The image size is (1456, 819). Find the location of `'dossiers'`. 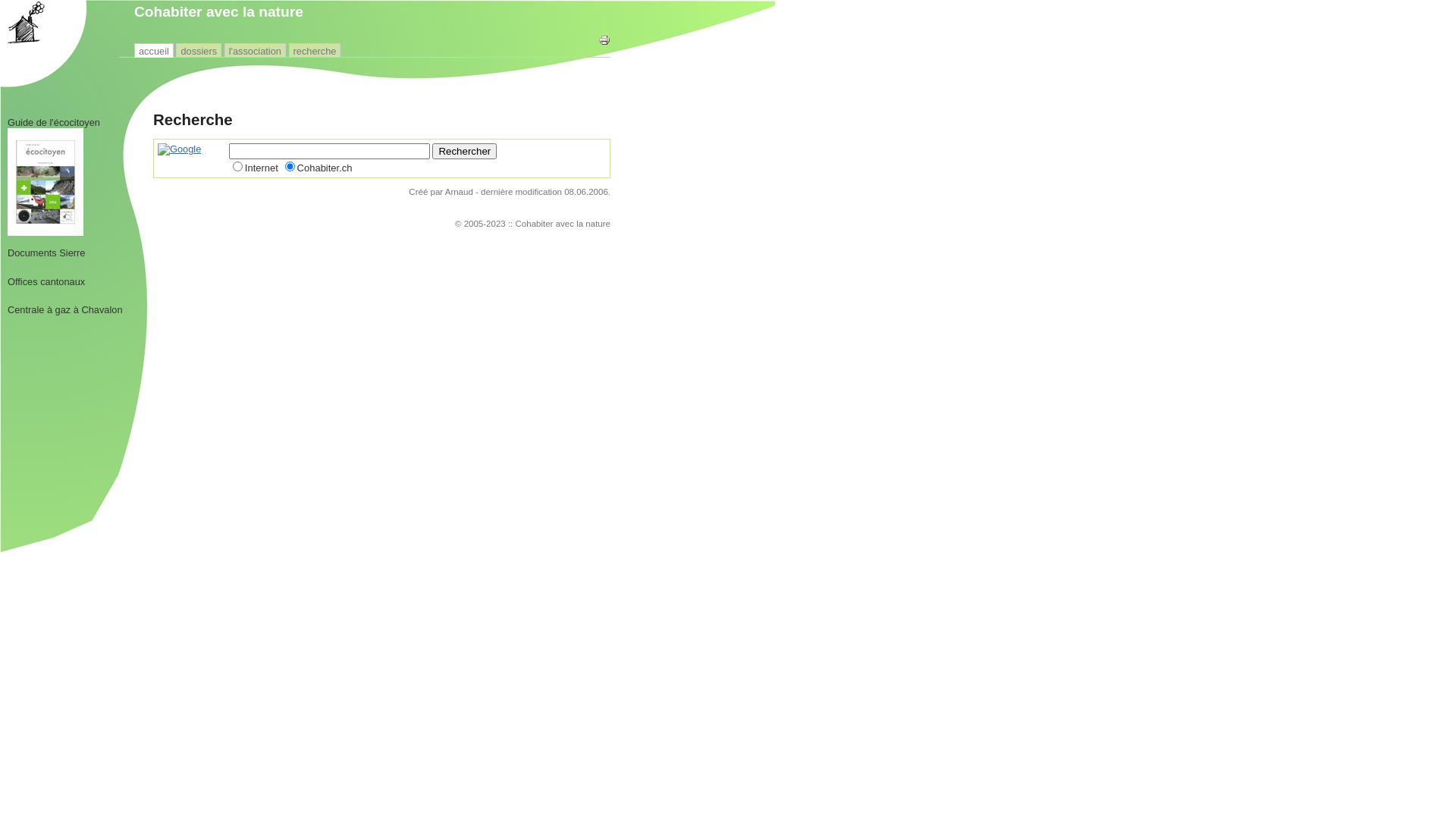

'dossiers' is located at coordinates (180, 50).